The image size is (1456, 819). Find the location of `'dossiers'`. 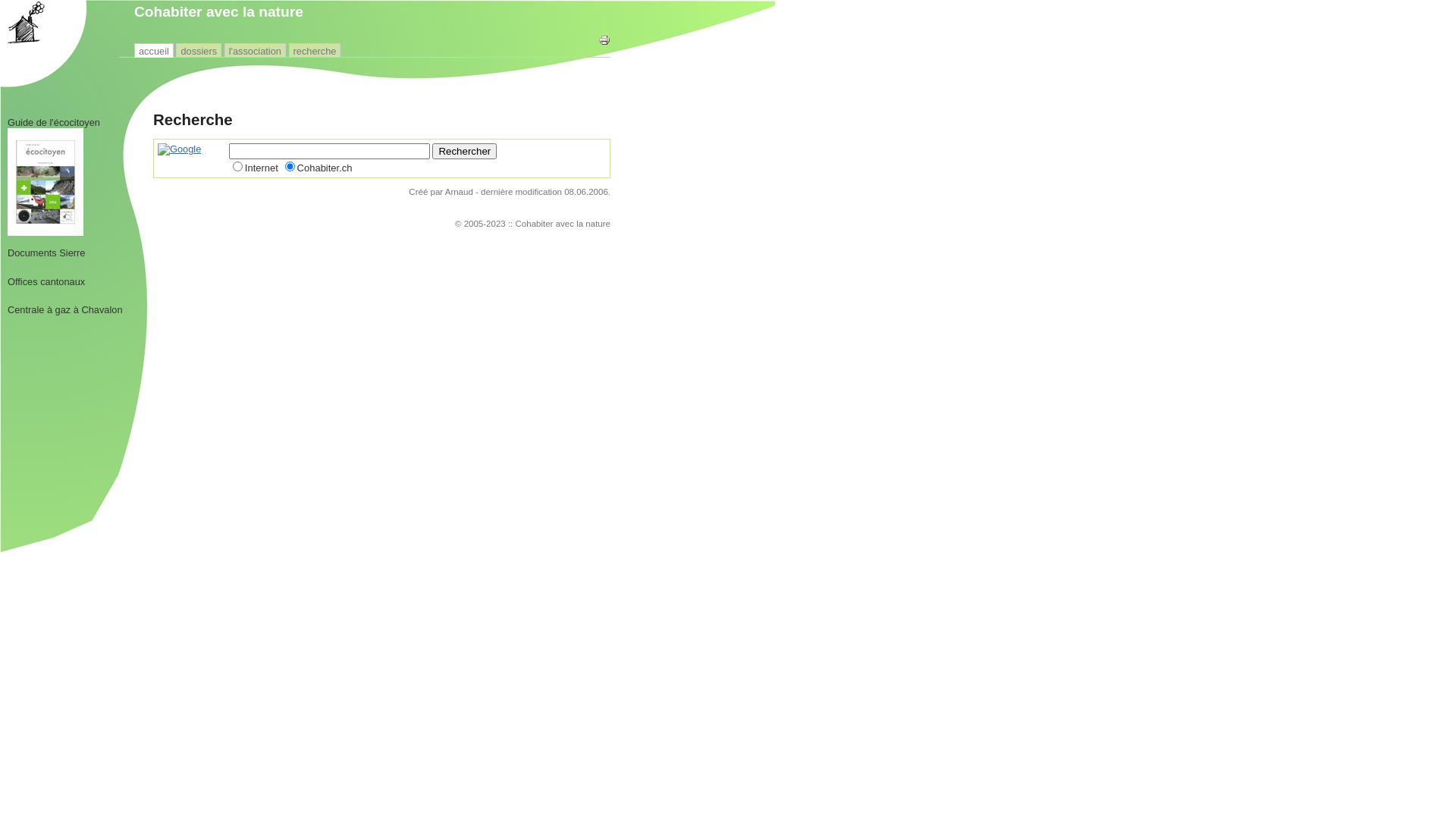

'dossiers' is located at coordinates (180, 50).